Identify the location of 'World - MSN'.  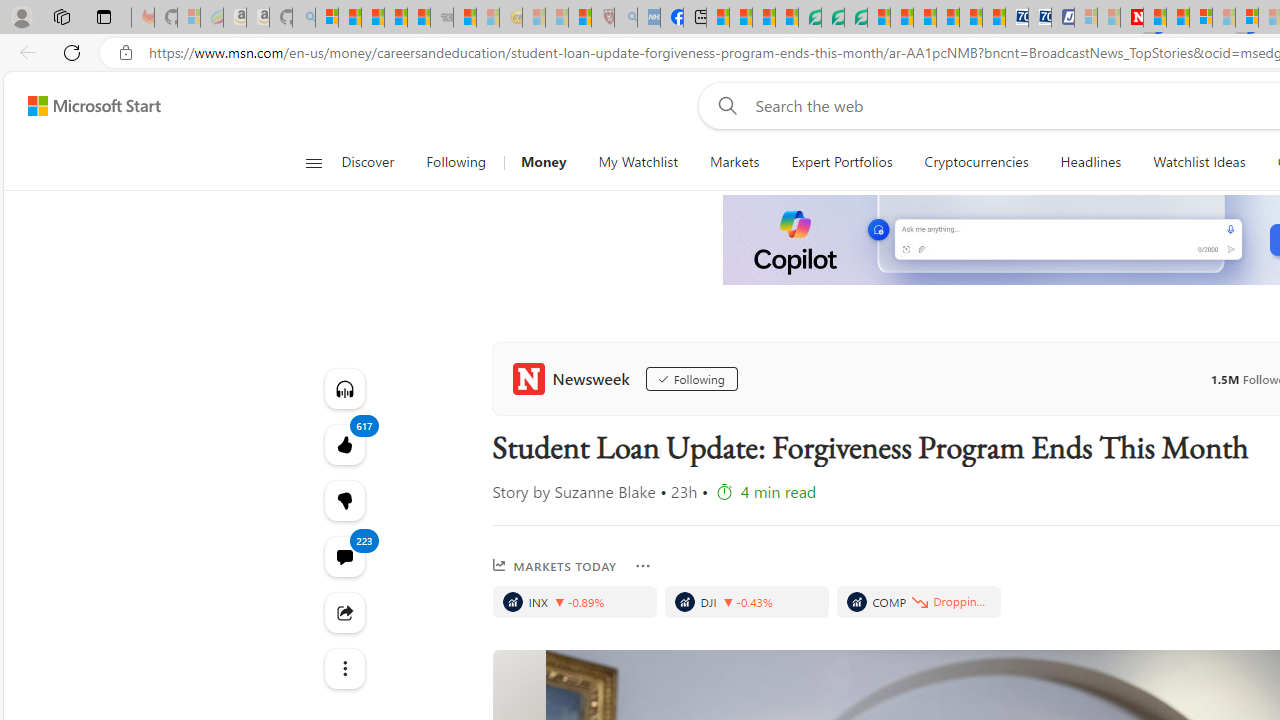
(762, 17).